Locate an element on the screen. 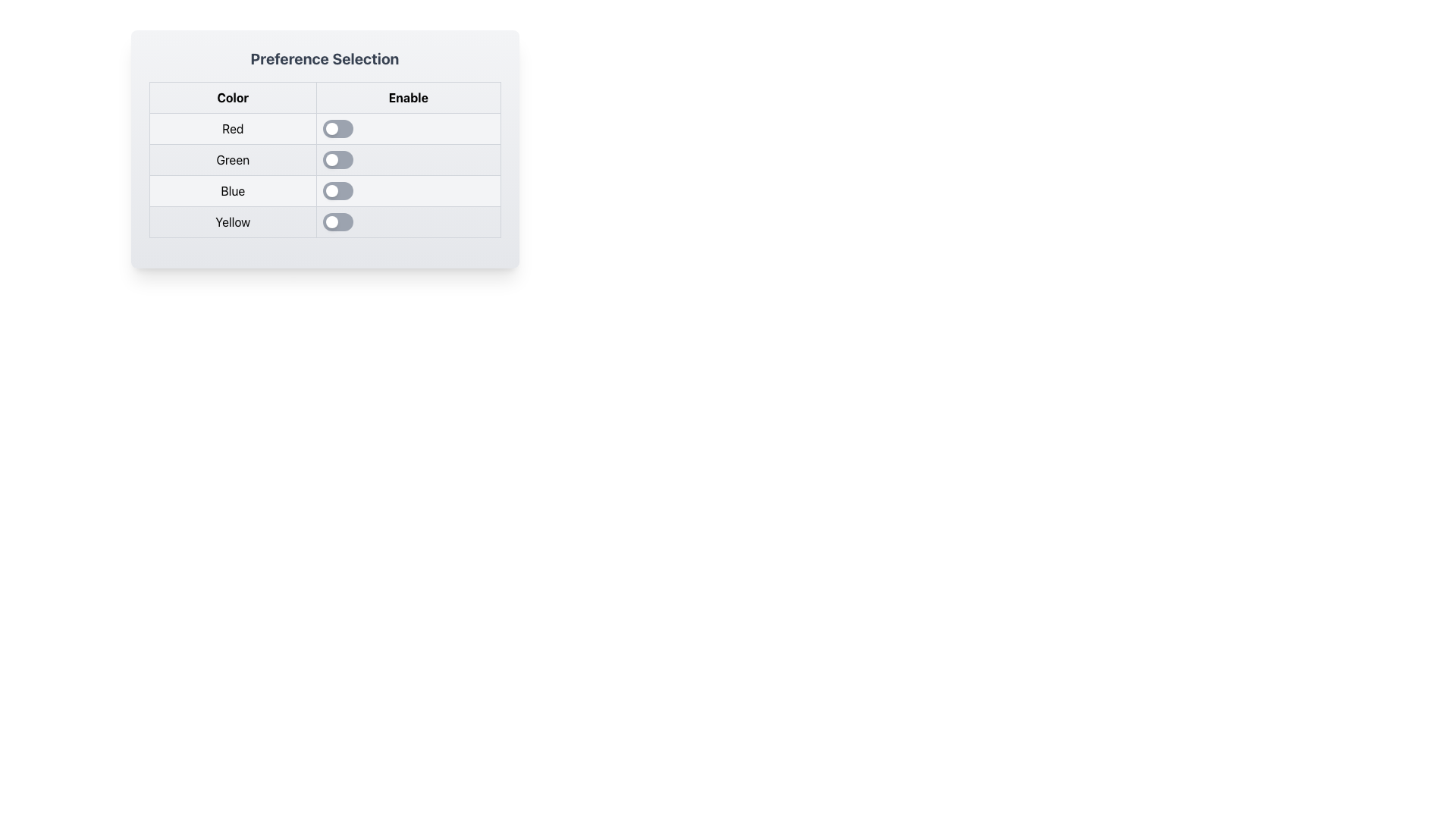 This screenshot has width=1456, height=819. the toggle switch in the third row of the table under the 'Enable' column, labeled 'Blue' is located at coordinates (324, 174).